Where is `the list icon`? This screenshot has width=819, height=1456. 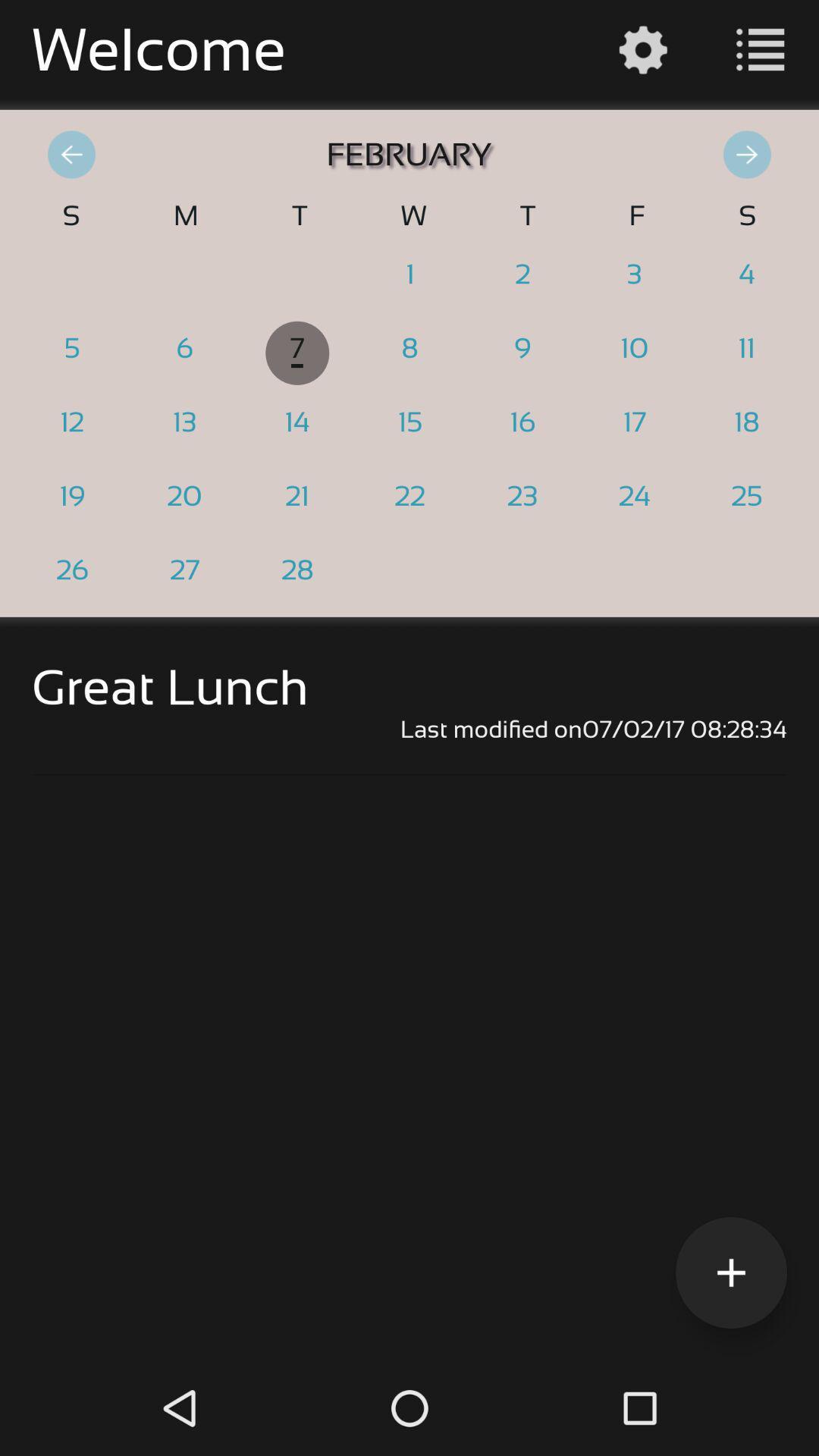
the list icon is located at coordinates (760, 49).